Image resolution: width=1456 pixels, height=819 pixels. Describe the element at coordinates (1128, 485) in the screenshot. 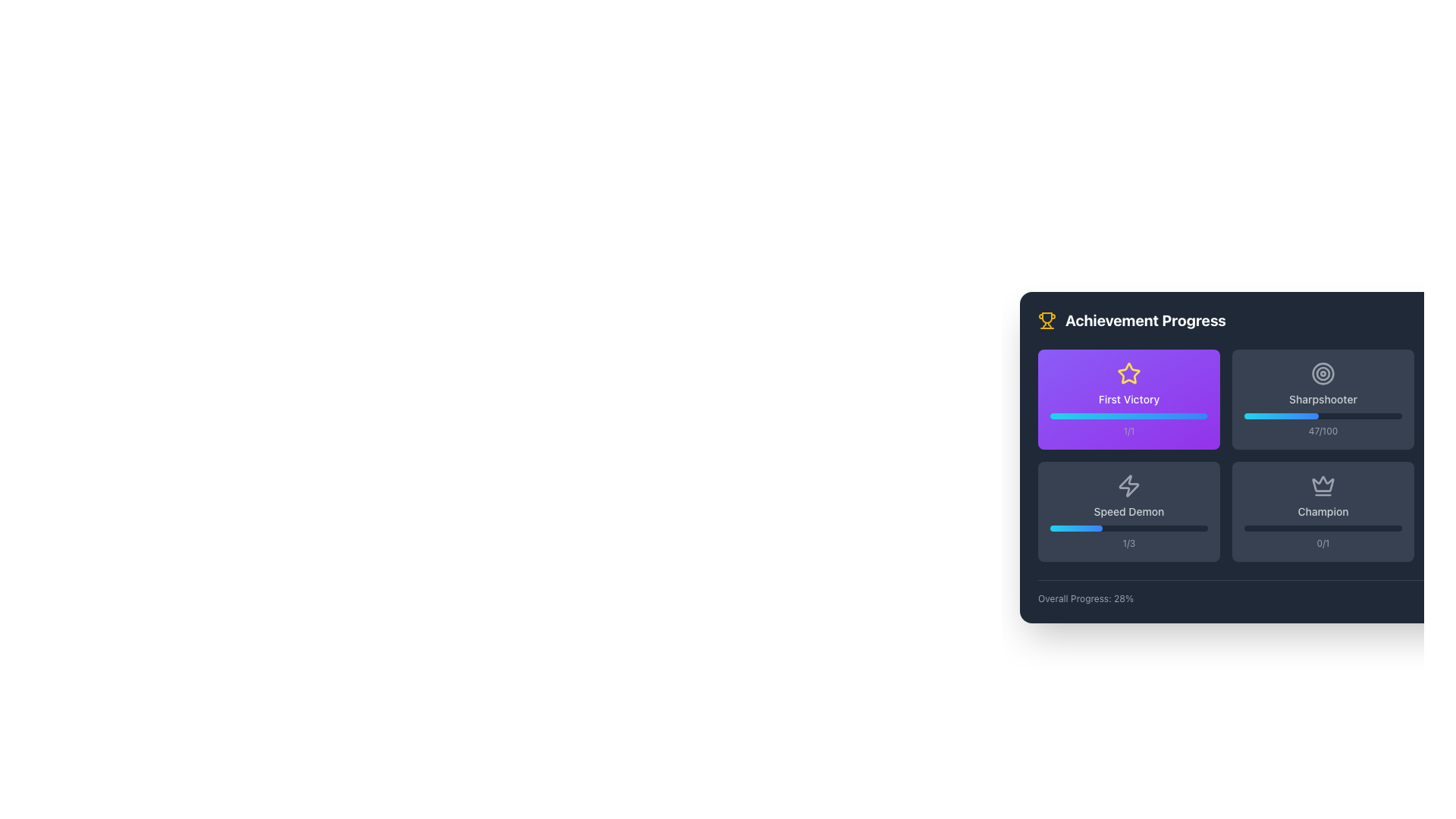

I see `the stylized gray lightning bolt icon located in the bottom-left quadrant of the 'Achievement Progress' module, specifically in the 'Speed Demon' section` at that location.